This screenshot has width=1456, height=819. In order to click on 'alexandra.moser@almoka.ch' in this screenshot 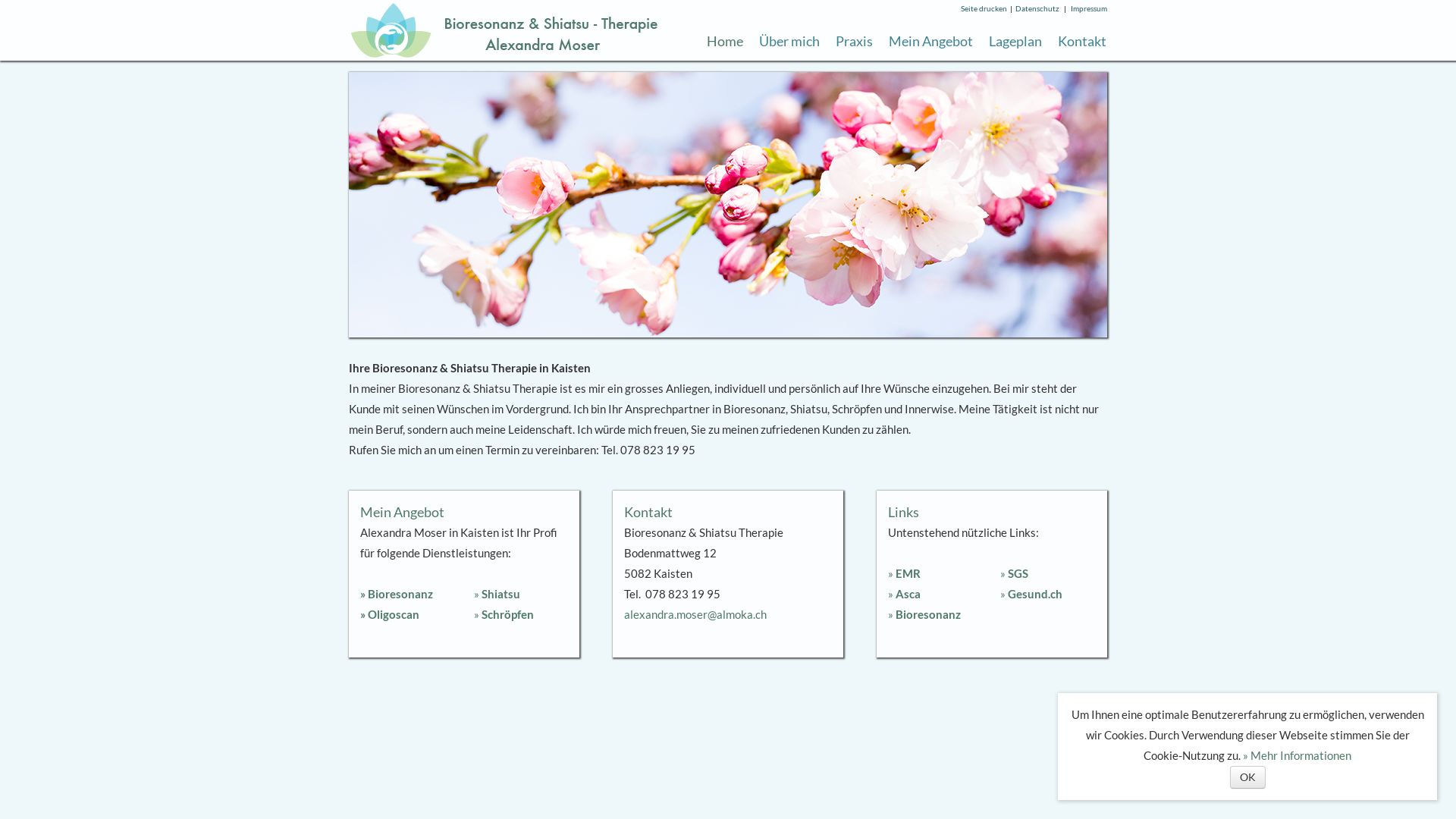, I will do `click(694, 614)`.